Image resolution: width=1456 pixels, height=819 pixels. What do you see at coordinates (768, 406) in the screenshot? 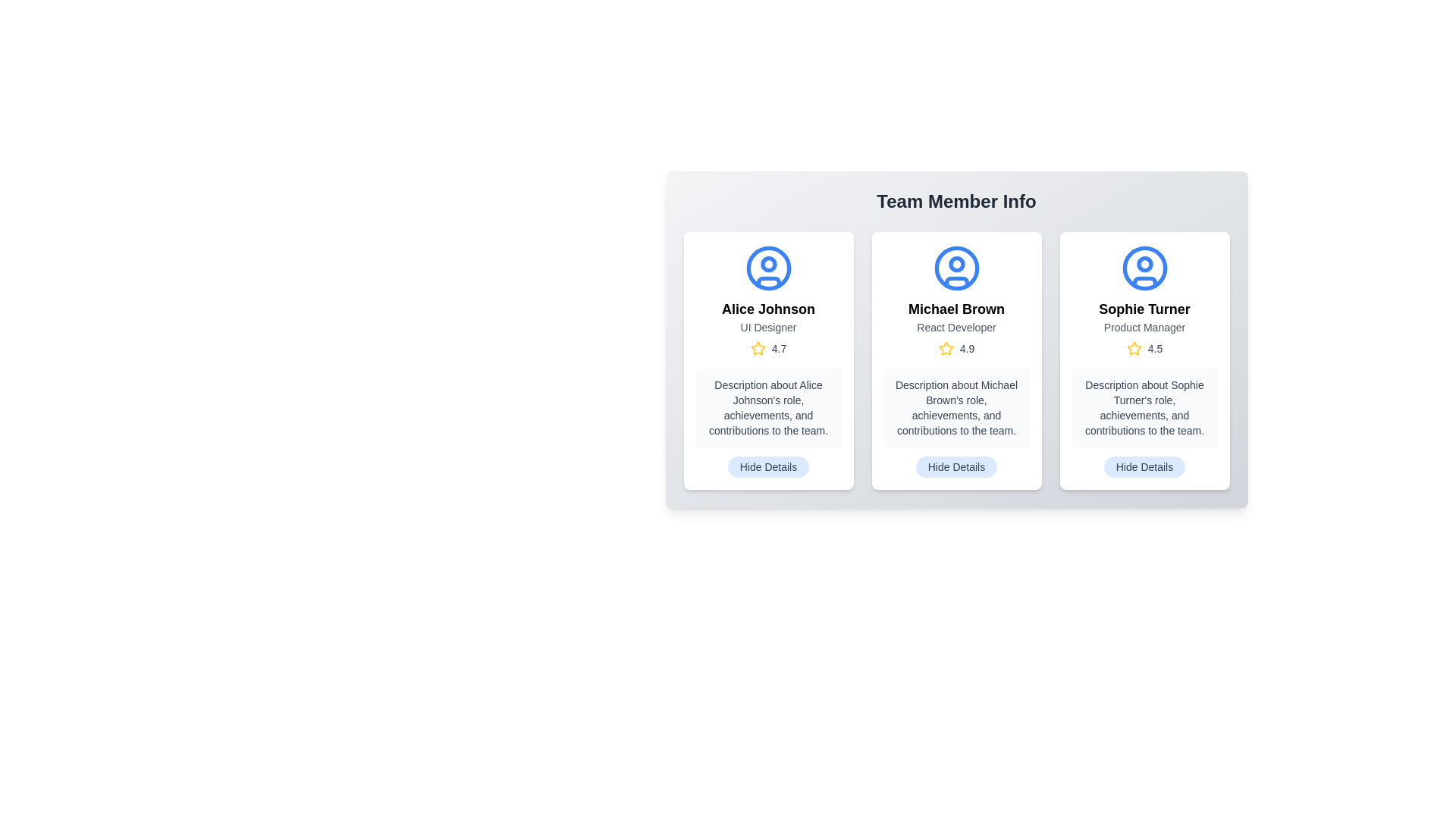
I see `the static text block that displays information about Alice Johnson, located in the first profile card below her name and designation, and above the 'Hide Details' button` at bounding box center [768, 406].